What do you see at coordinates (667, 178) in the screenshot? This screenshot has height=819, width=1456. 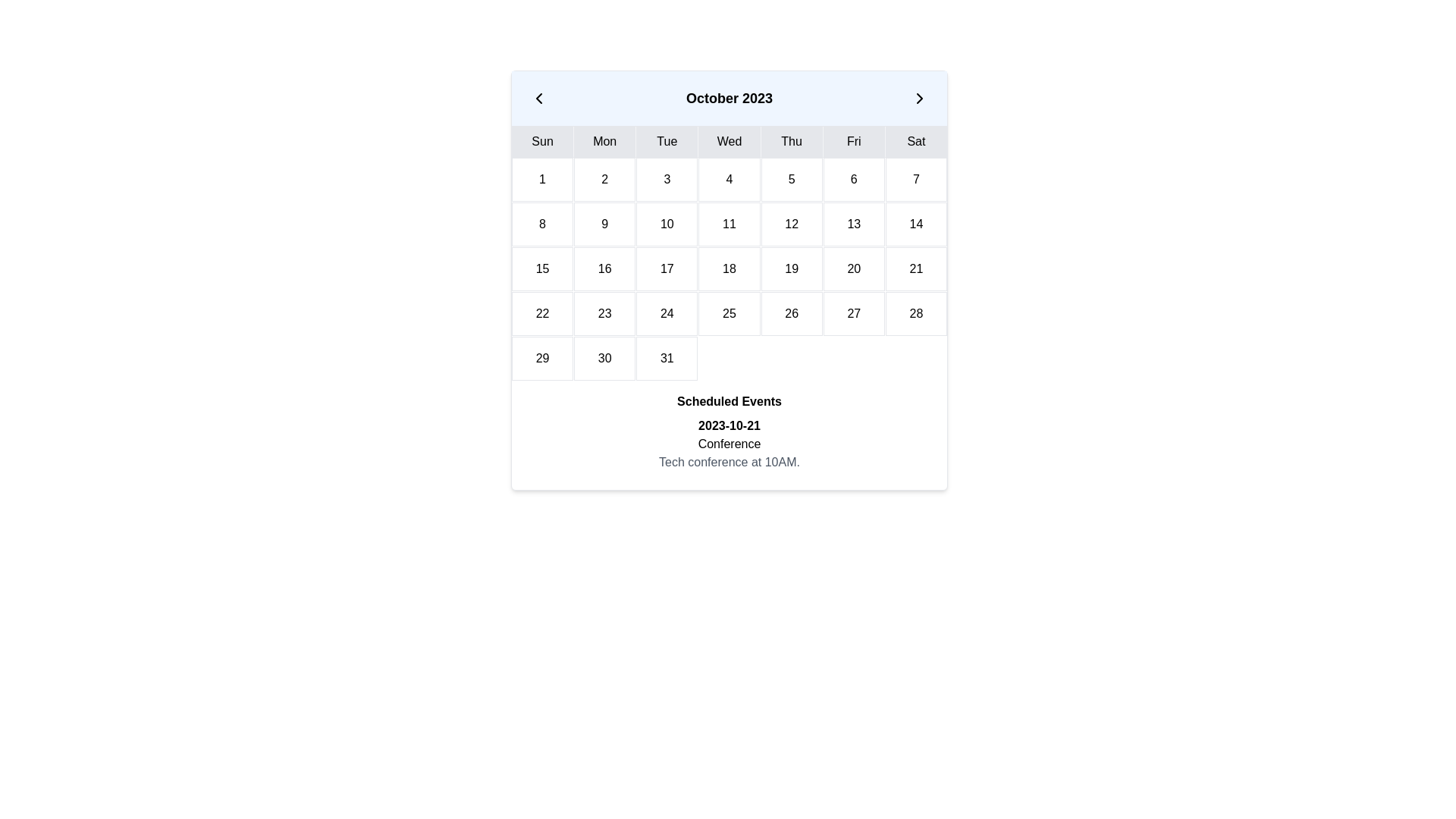 I see `the Calendar Date Cell displaying the number '3' to trigger relevant date-related actions` at bounding box center [667, 178].